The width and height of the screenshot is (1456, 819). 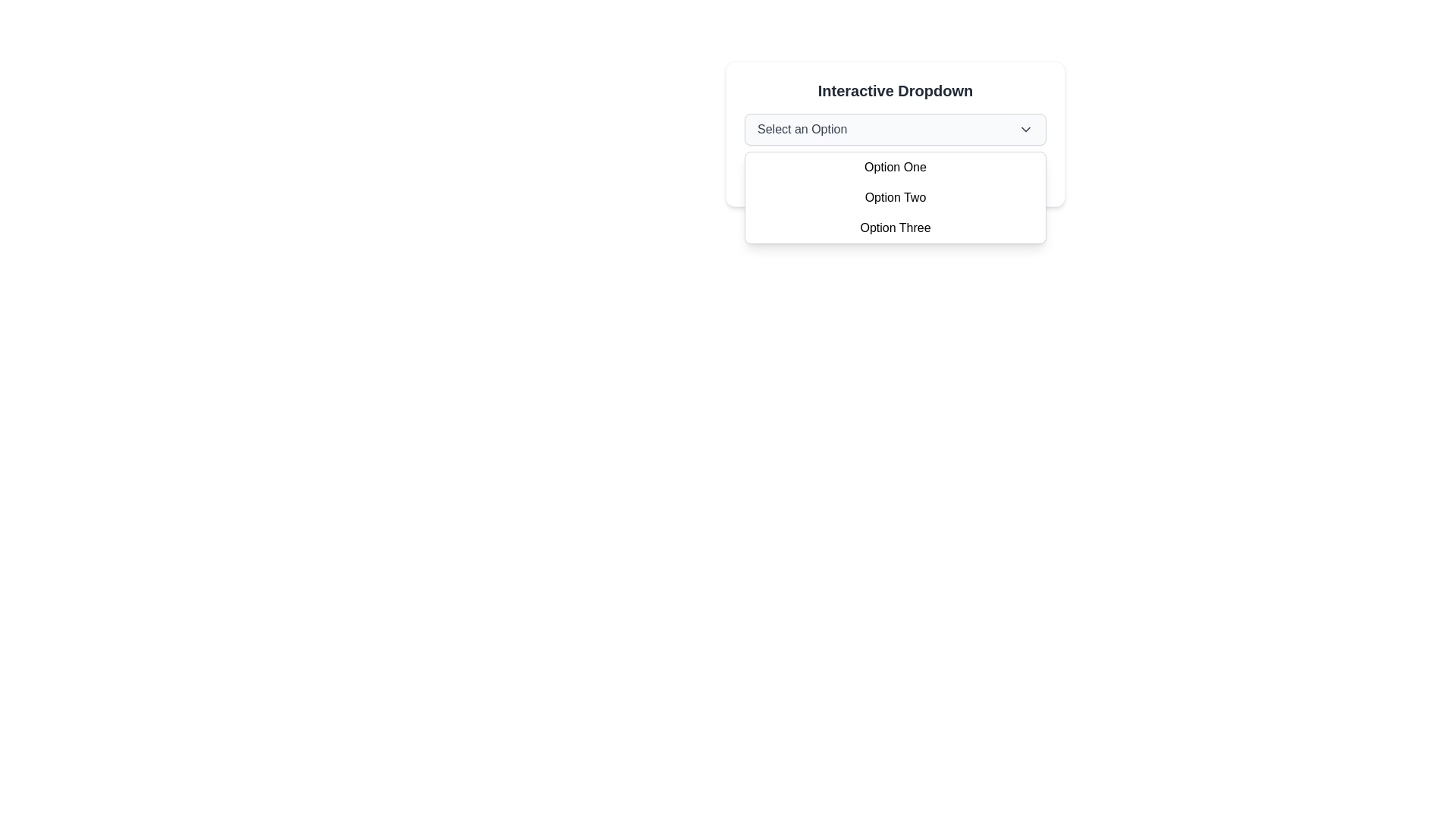 What do you see at coordinates (895, 171) in the screenshot?
I see `informational message box that displays the text 'You selected: Select an Option' with a green-tinted background located at the bottom of the dropdown component` at bounding box center [895, 171].